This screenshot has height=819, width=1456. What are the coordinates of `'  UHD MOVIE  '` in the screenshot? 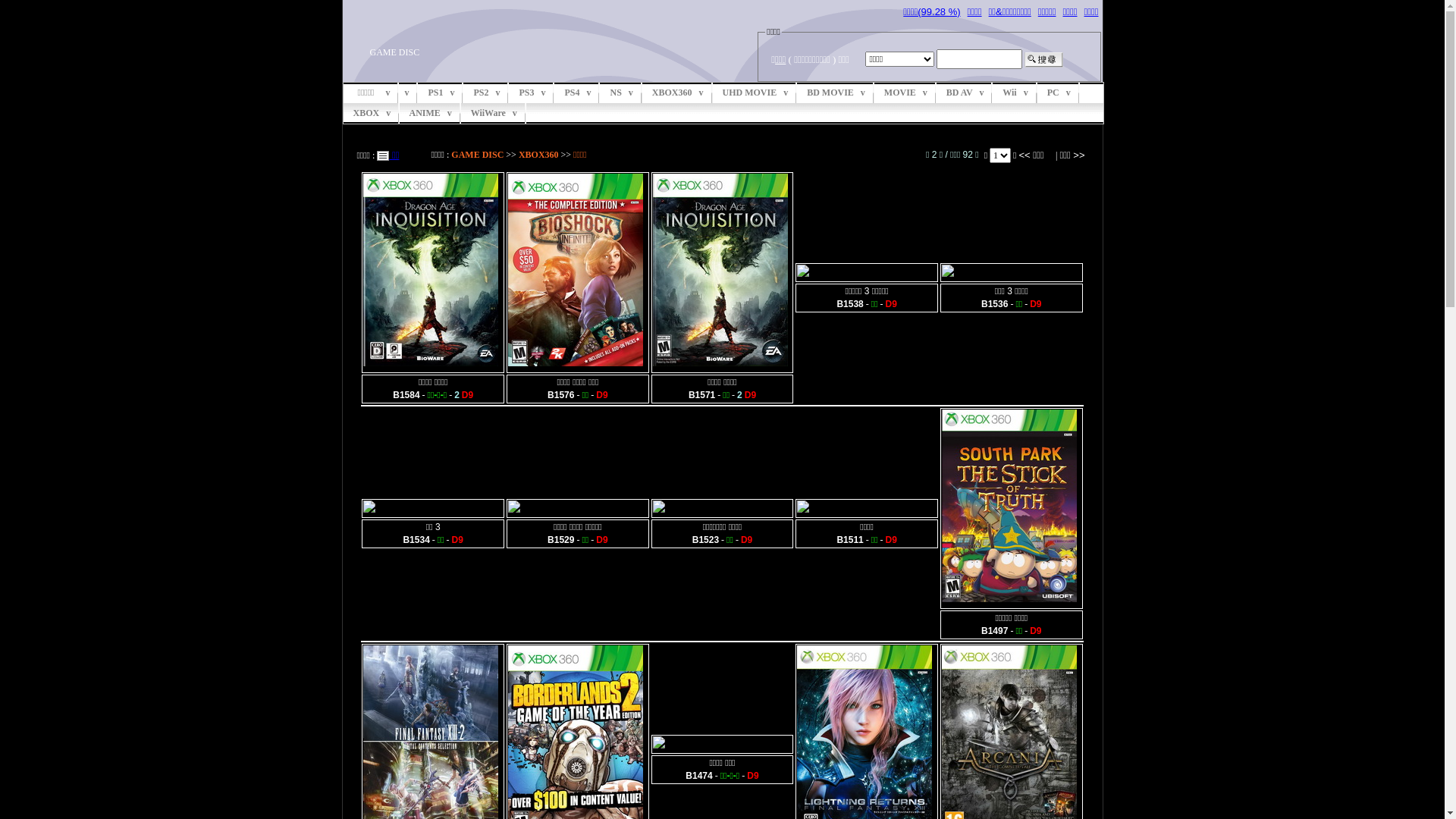 It's located at (755, 93).